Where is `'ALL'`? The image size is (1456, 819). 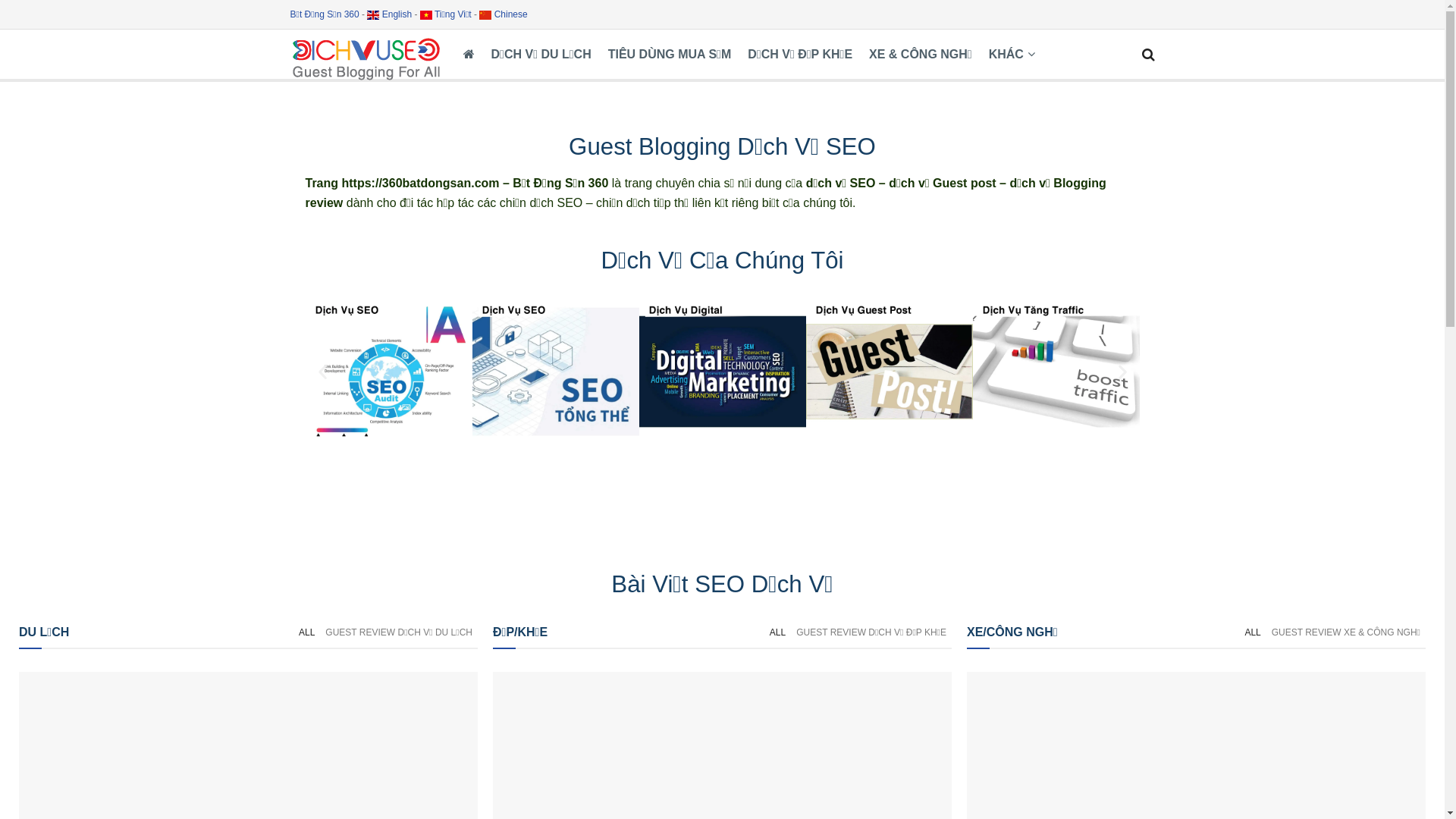
'ALL' is located at coordinates (777, 632).